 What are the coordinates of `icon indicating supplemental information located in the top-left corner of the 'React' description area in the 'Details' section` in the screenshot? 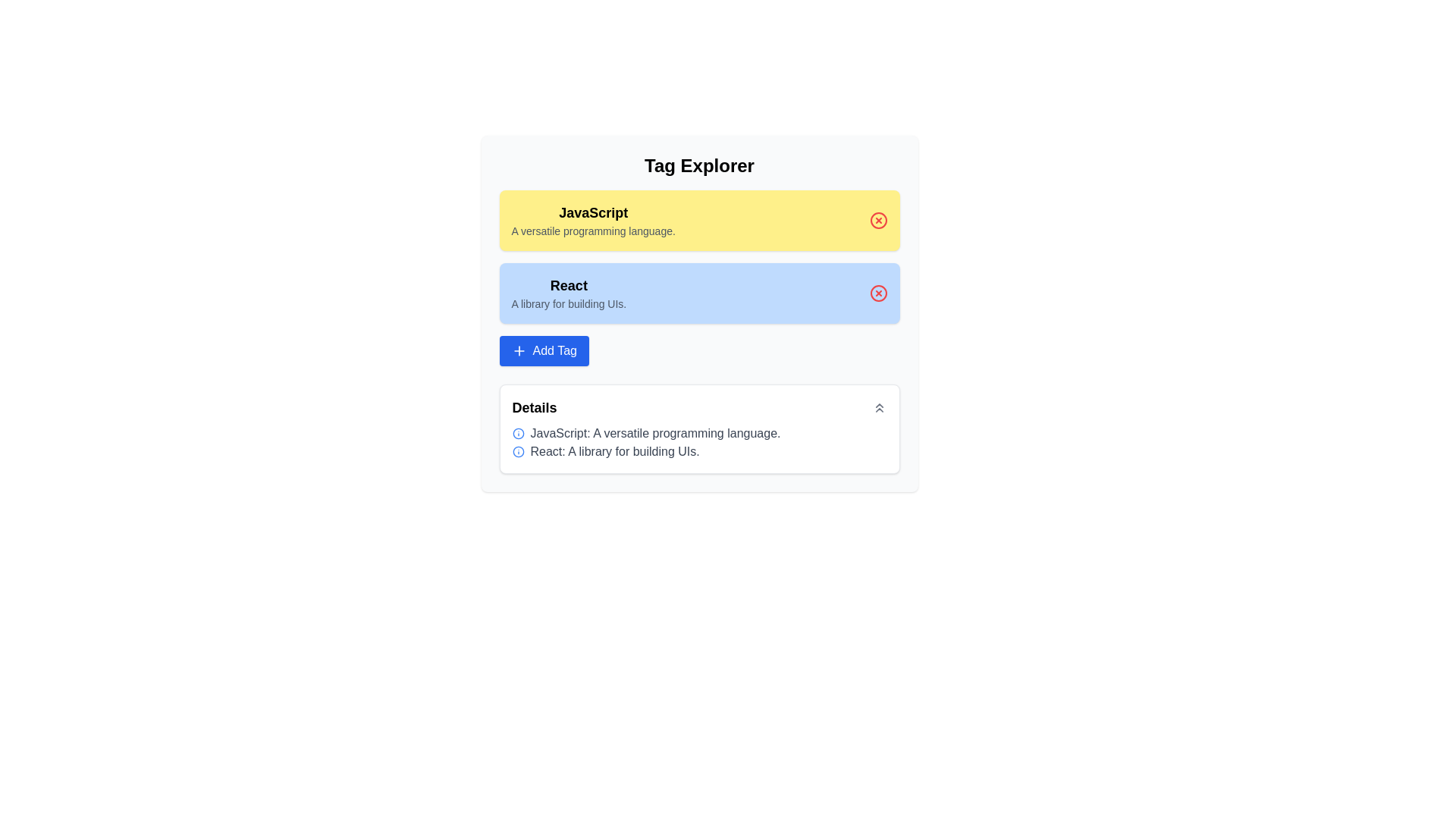 It's located at (518, 451).